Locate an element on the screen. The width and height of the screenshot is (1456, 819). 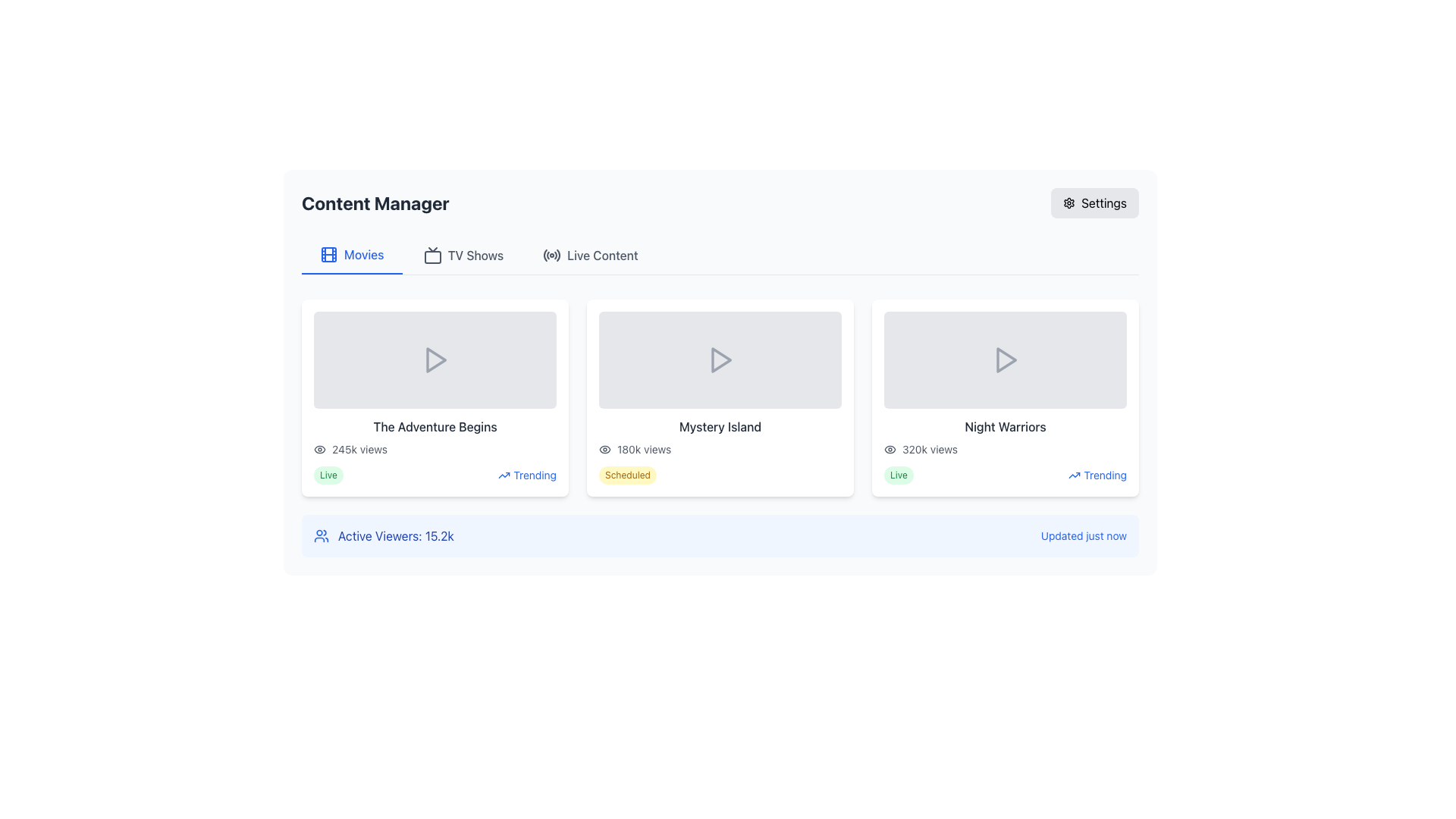
the navigation button for 'TV Shows' located in the middle of the navigation bar is located at coordinates (463, 254).